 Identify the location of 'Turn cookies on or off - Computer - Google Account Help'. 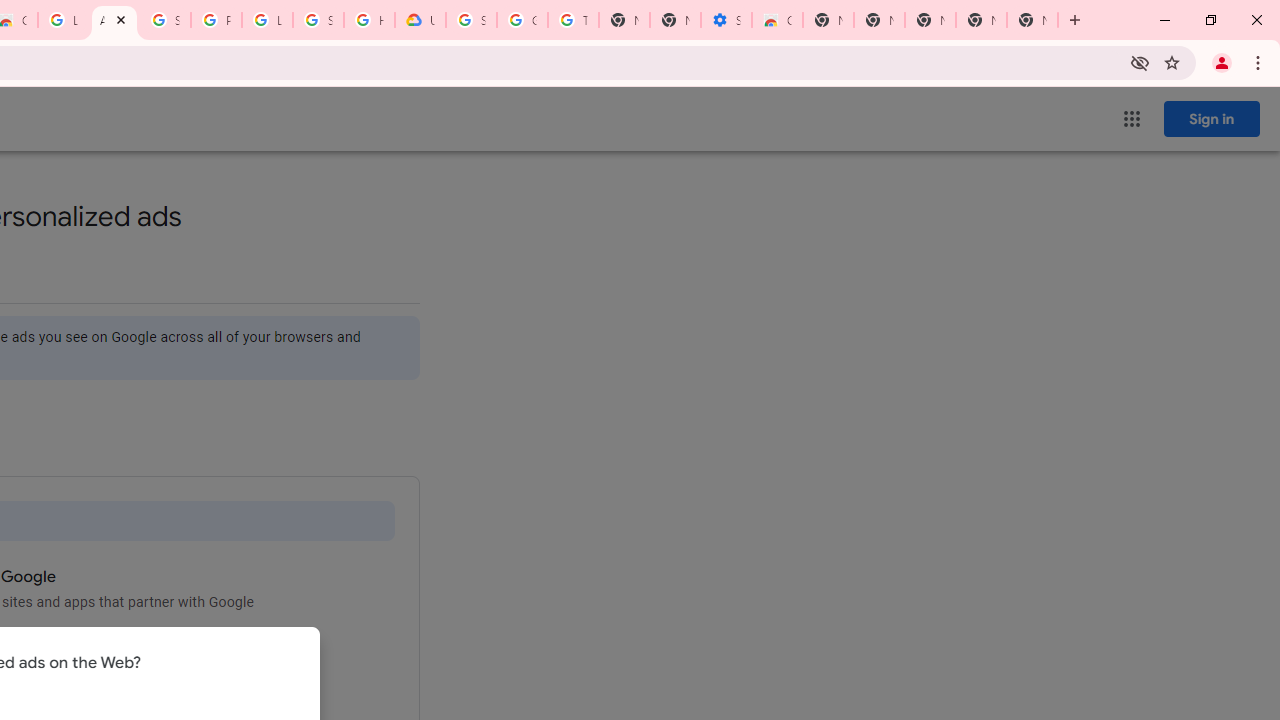
(572, 20).